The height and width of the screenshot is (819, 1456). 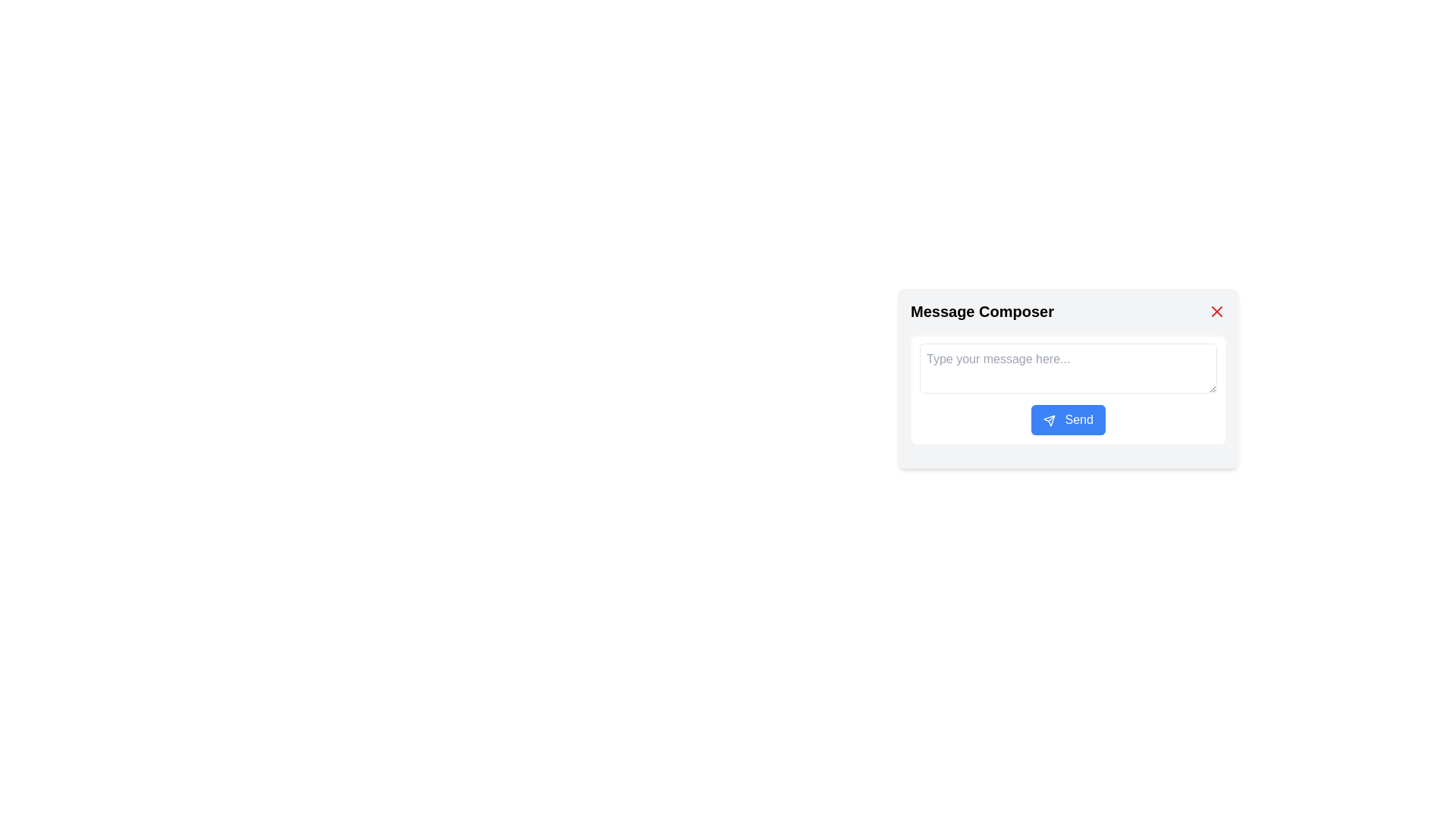 I want to click on the static text header with an interactive toggle button represented by the red 'X' icon, so click(x=1068, y=311).